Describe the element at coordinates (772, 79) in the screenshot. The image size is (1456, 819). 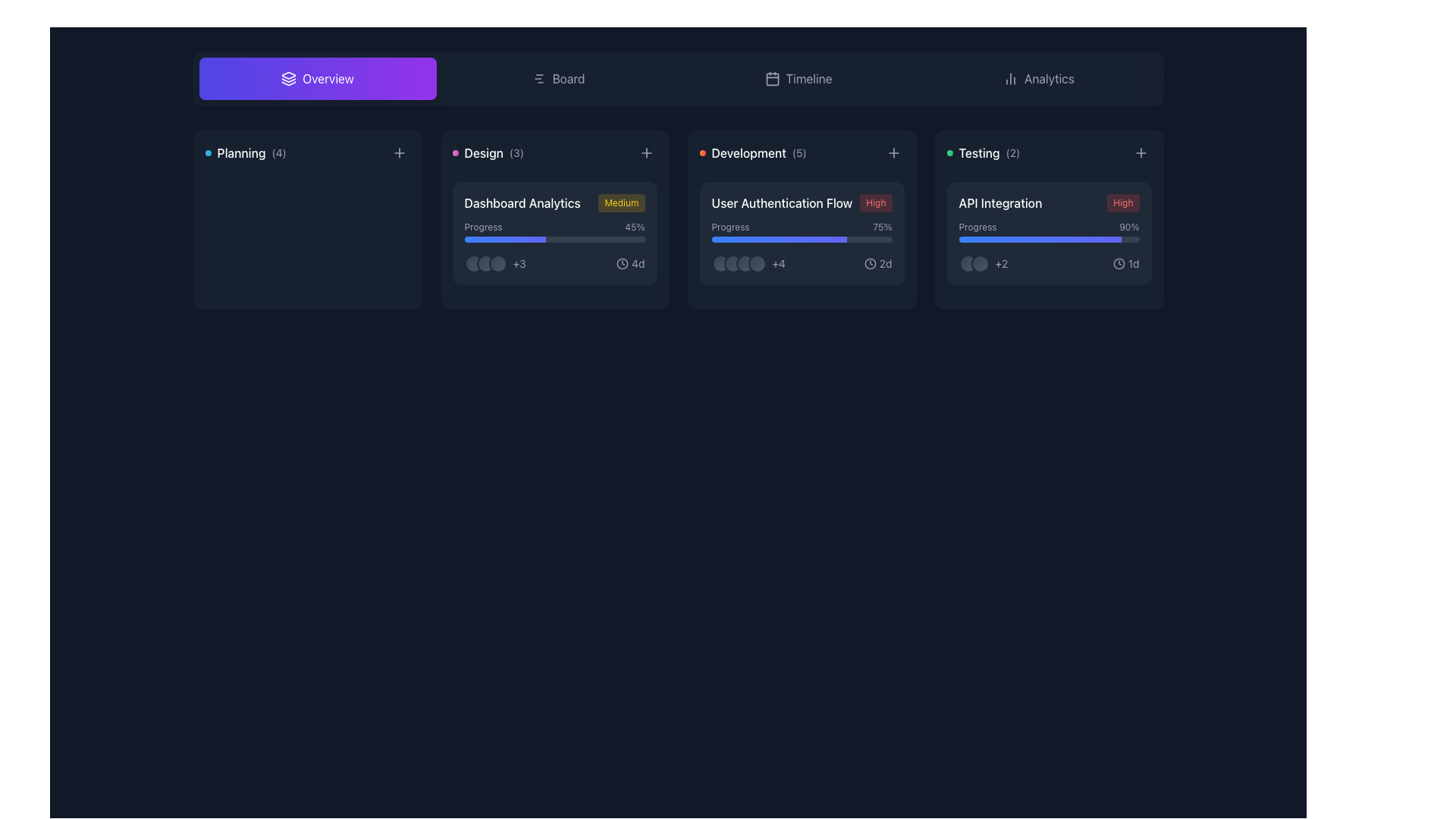
I see `the visual content of the calendar icon located next to the 'Timeline' label in the top navigation bar` at that location.